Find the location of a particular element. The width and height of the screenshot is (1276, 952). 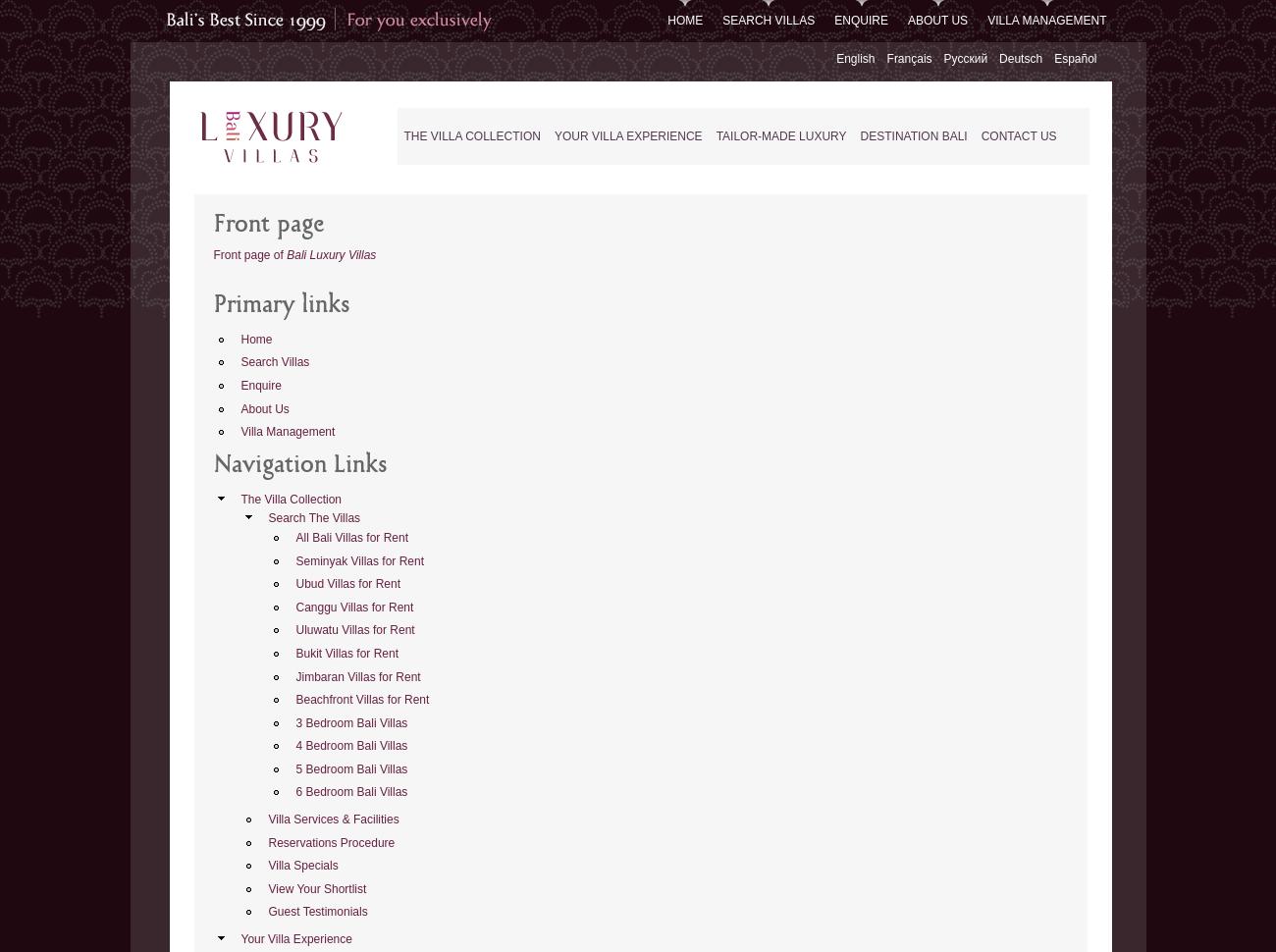

'Ubud Villas for Rent' is located at coordinates (346, 583).